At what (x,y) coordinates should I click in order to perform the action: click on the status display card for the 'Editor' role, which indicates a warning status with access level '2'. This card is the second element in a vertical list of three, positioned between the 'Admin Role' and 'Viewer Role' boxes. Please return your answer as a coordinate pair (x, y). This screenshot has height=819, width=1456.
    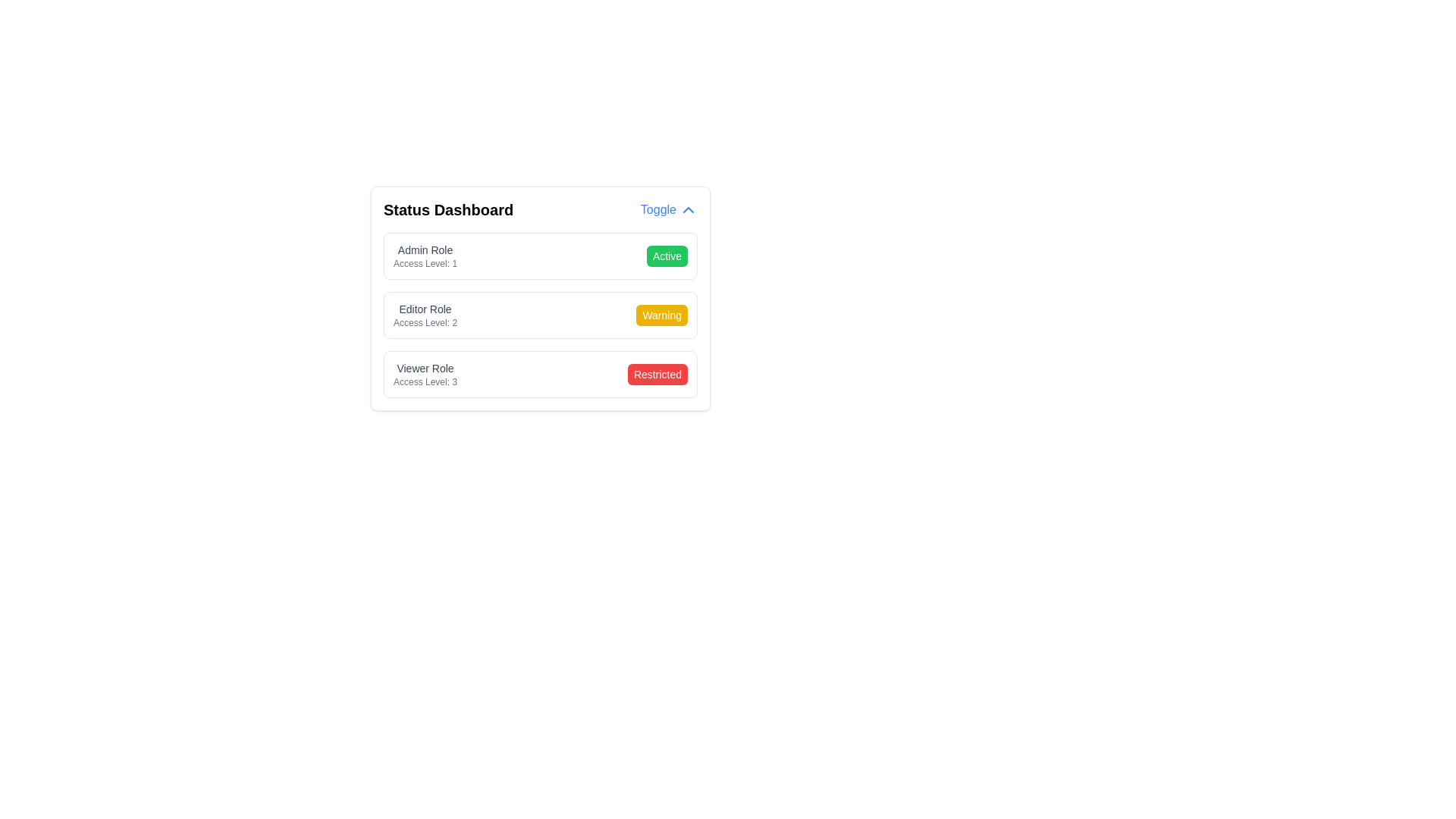
    Looking at the image, I should click on (541, 315).